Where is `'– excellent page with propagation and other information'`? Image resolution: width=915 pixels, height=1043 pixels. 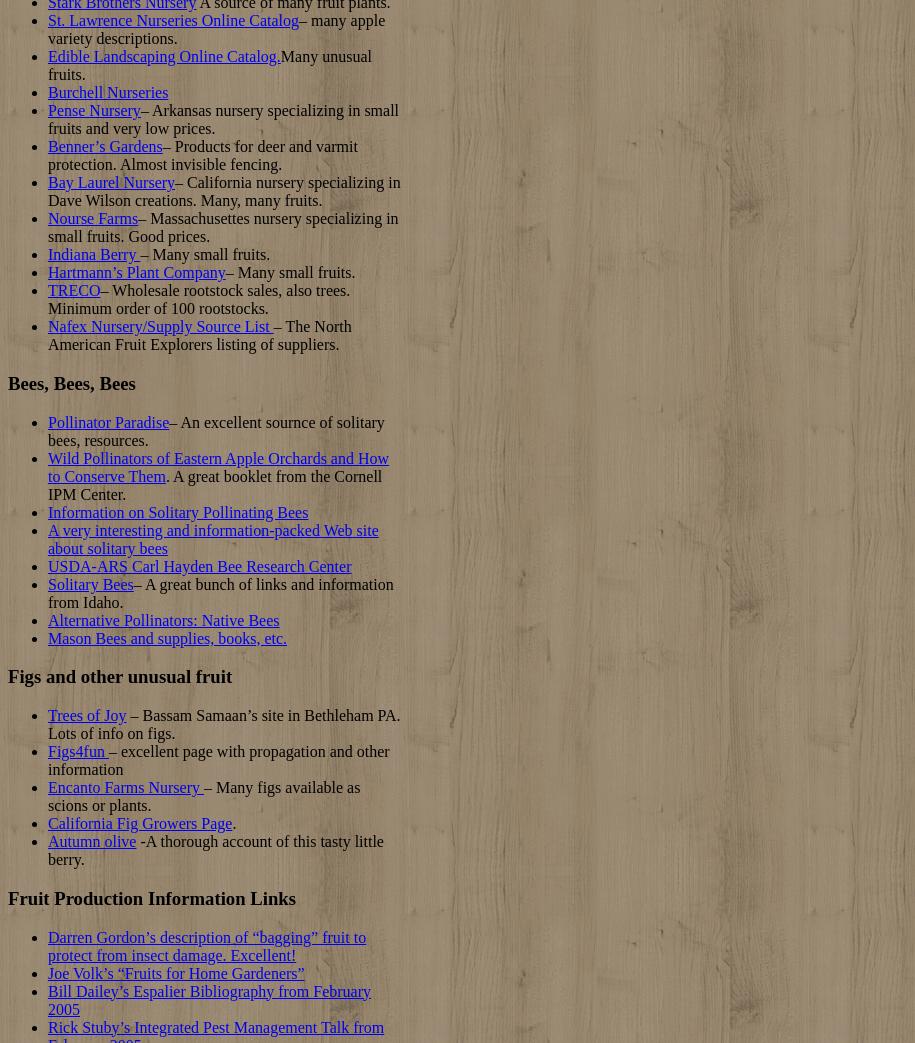
'– excellent page with propagation and other information' is located at coordinates (48, 759).